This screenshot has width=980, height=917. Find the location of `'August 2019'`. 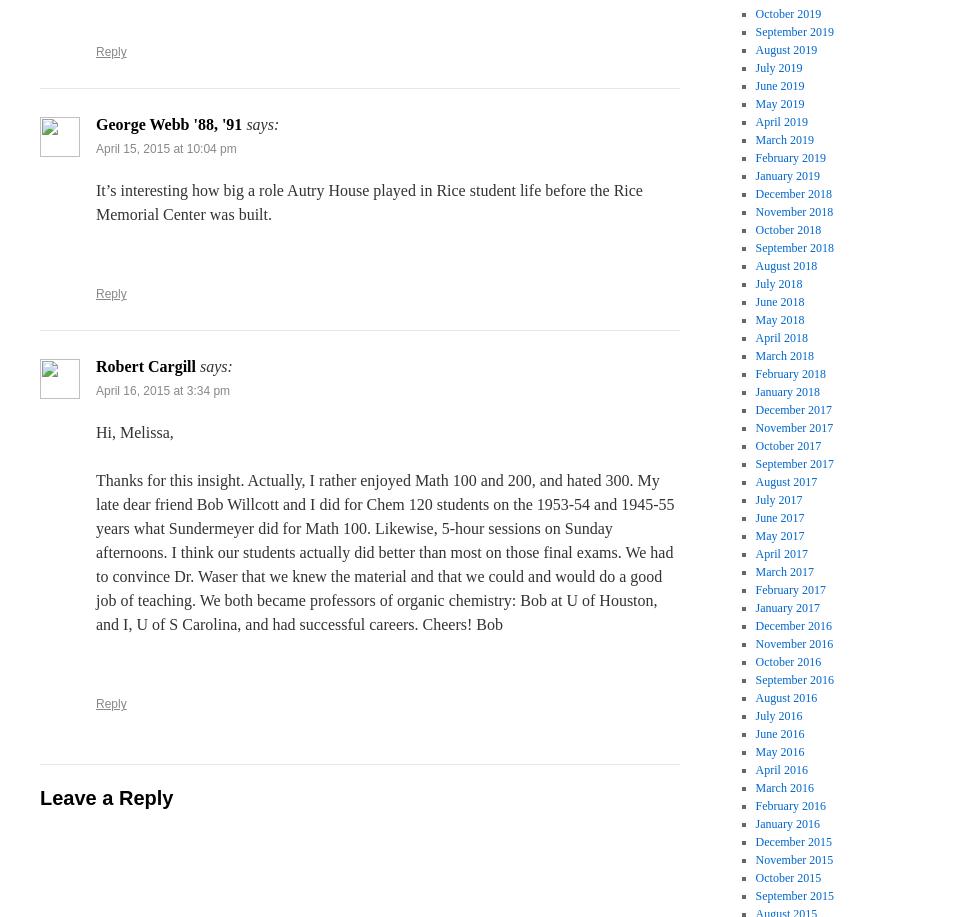

'August 2019' is located at coordinates (785, 49).